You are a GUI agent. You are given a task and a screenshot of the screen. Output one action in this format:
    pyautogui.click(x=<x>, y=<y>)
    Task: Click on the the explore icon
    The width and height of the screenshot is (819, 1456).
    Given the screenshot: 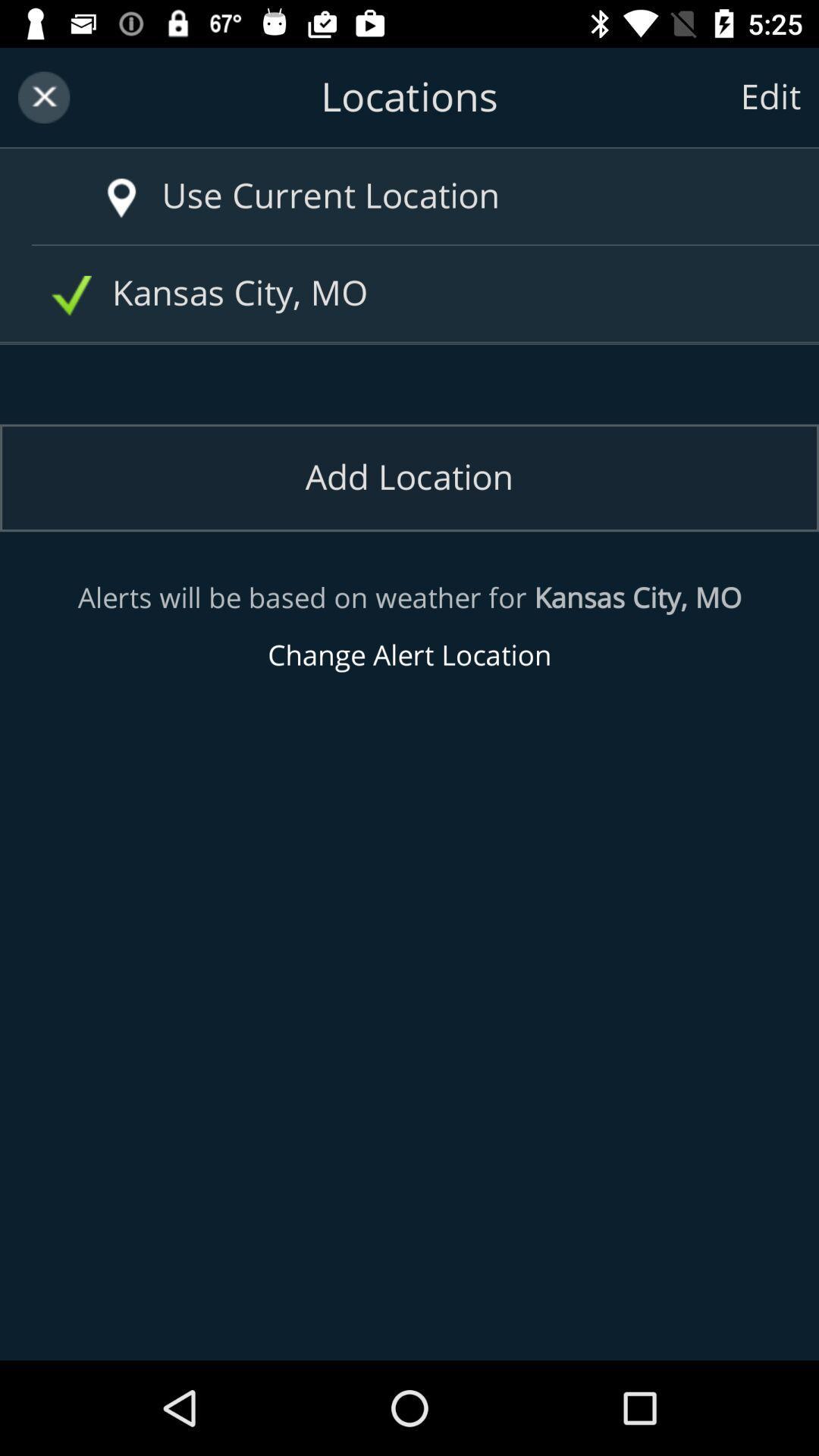 What is the action you would take?
    pyautogui.click(x=99, y=182)
    